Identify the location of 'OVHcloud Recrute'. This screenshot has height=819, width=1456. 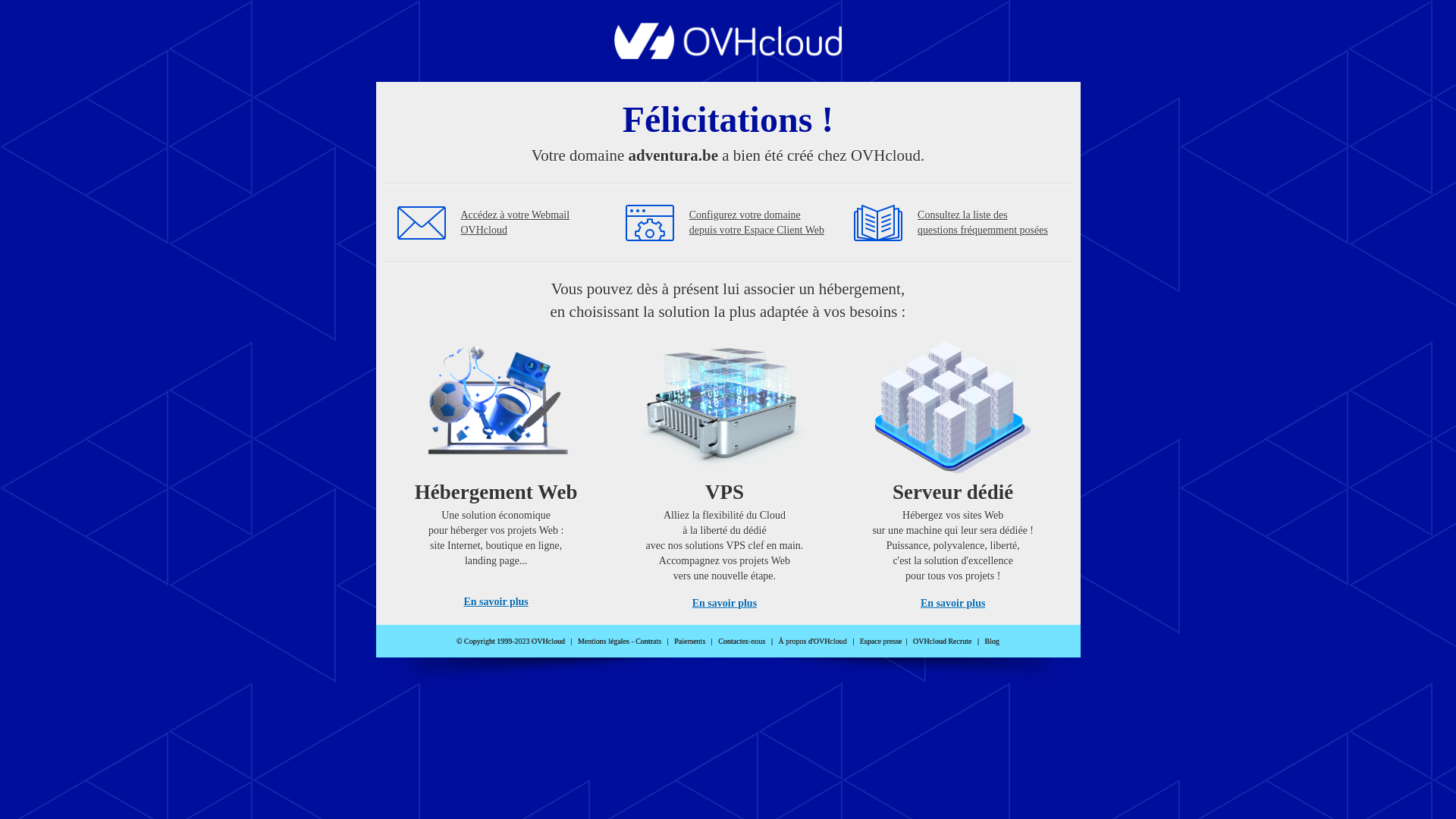
(941, 641).